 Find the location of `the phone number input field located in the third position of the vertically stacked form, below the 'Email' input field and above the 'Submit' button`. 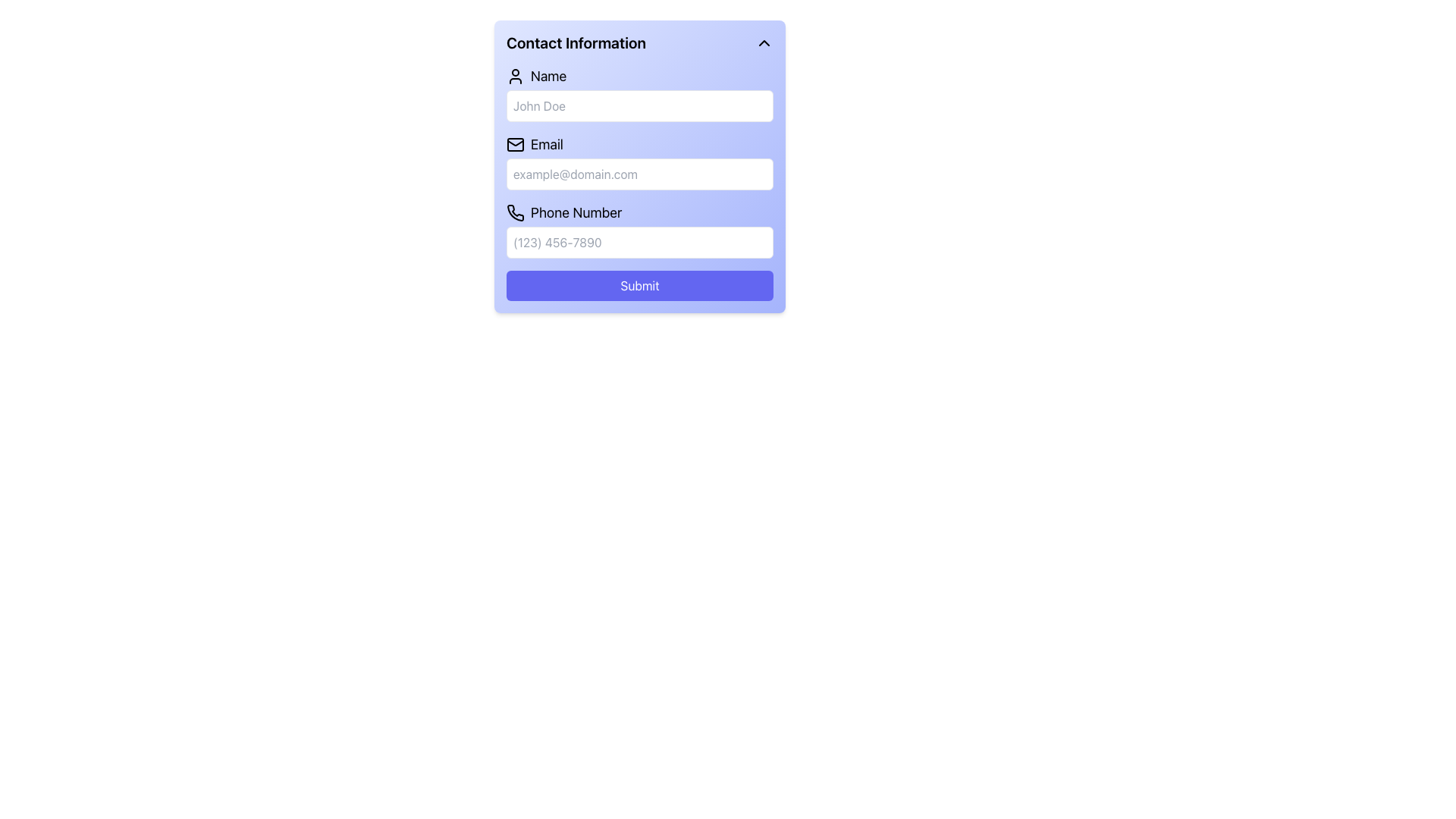

the phone number input field located in the third position of the vertically stacked form, below the 'Email' input field and above the 'Submit' button is located at coordinates (640, 231).